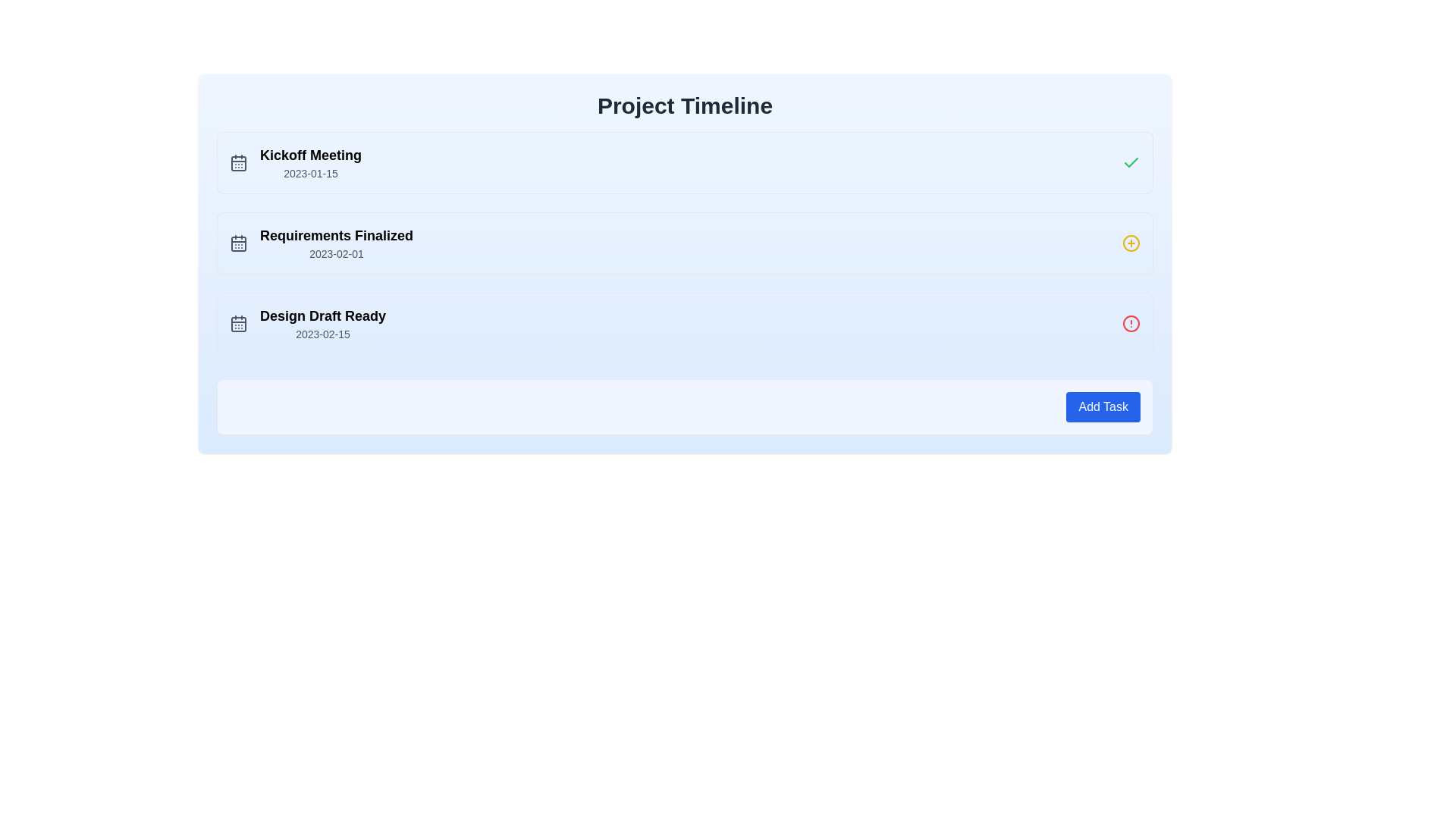 The height and width of the screenshot is (819, 1456). I want to click on the third milestone marker in the project timeline that denotes 'Design Draft Ready', so click(684, 323).